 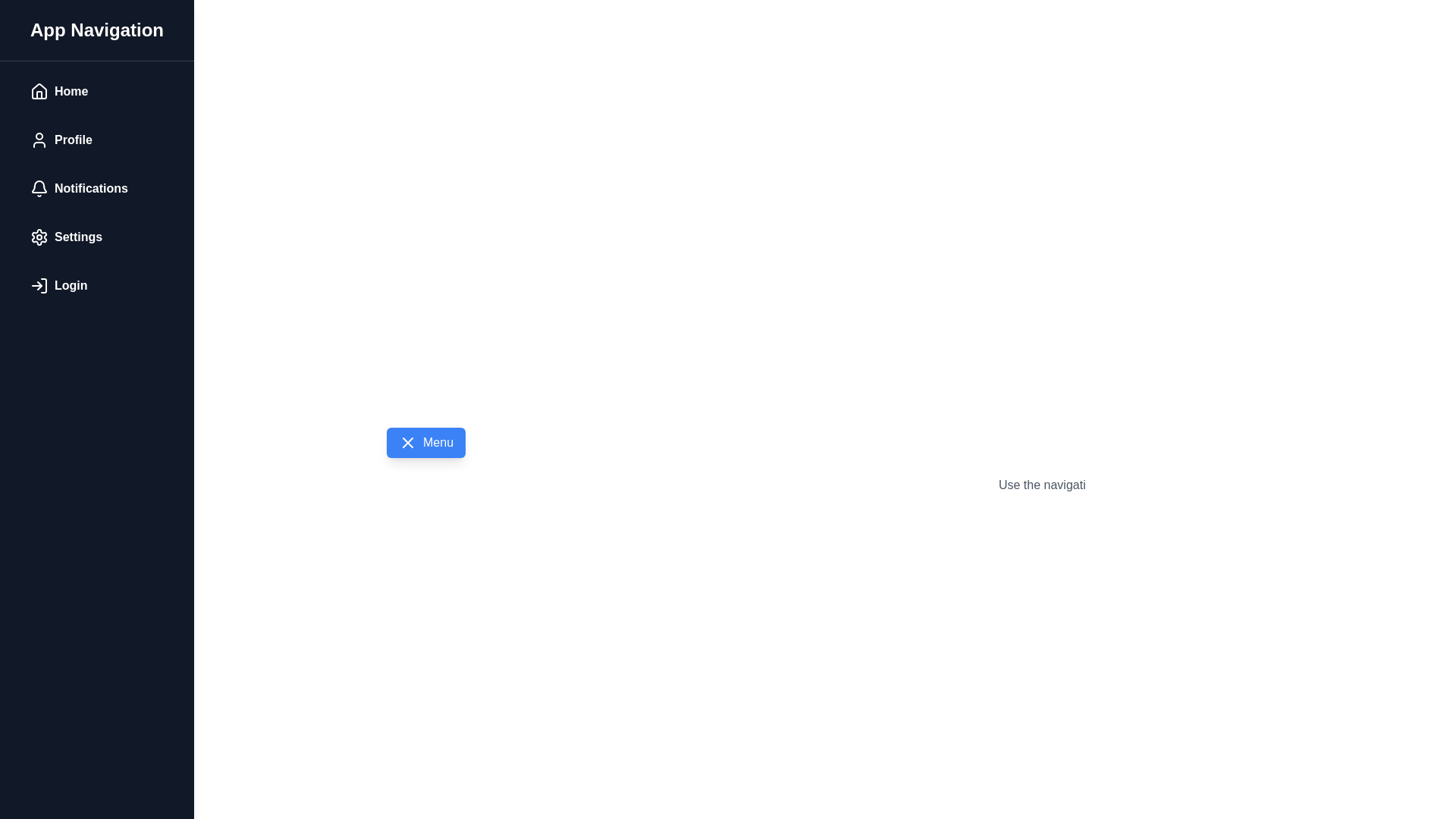 What do you see at coordinates (39, 237) in the screenshot?
I see `the settings icon located in the side navigation panel, positioned to the left and slightly above the 'Settings' label` at bounding box center [39, 237].